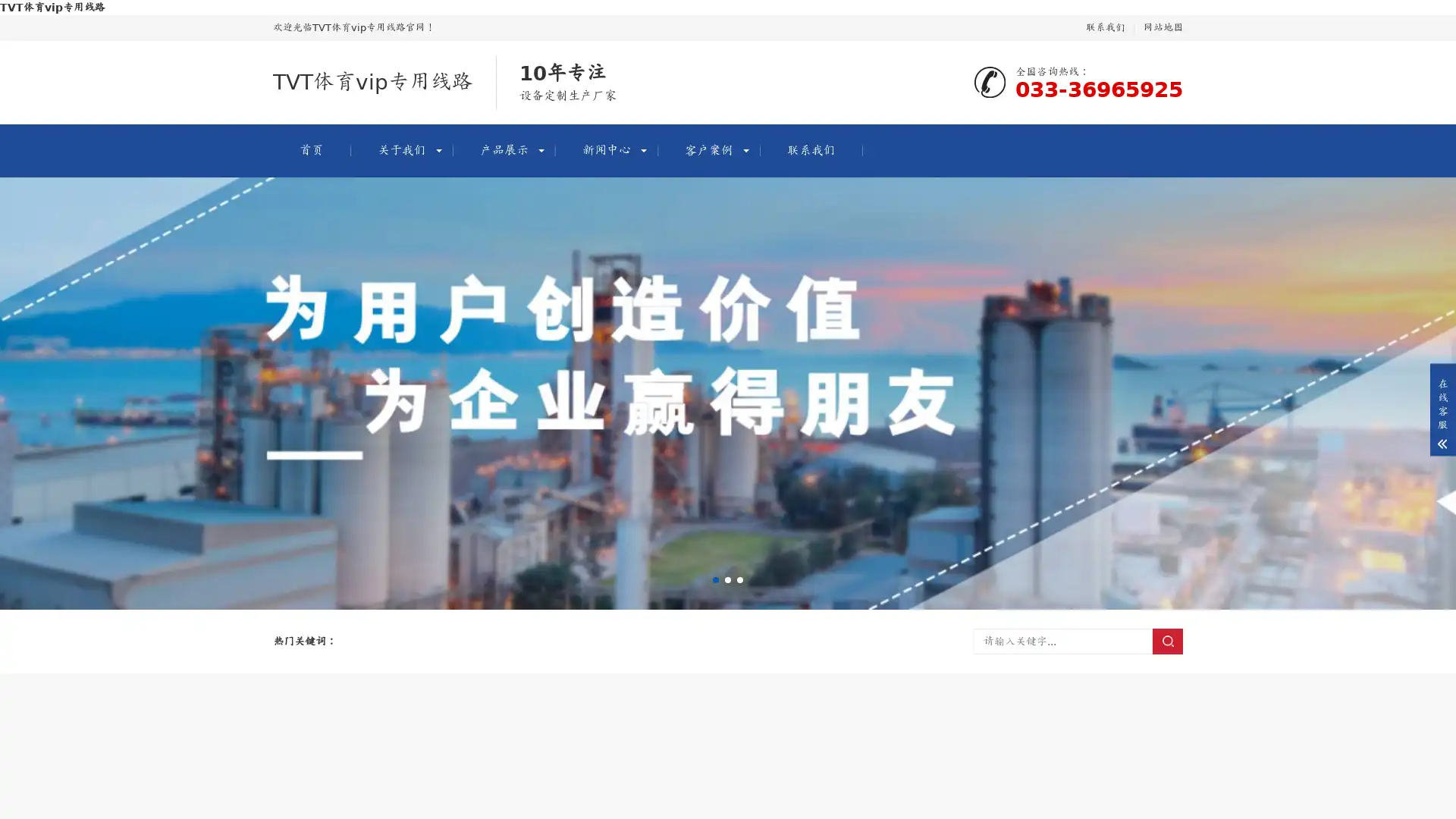 The image size is (1456, 819). I want to click on Go to slide 1, so click(715, 579).